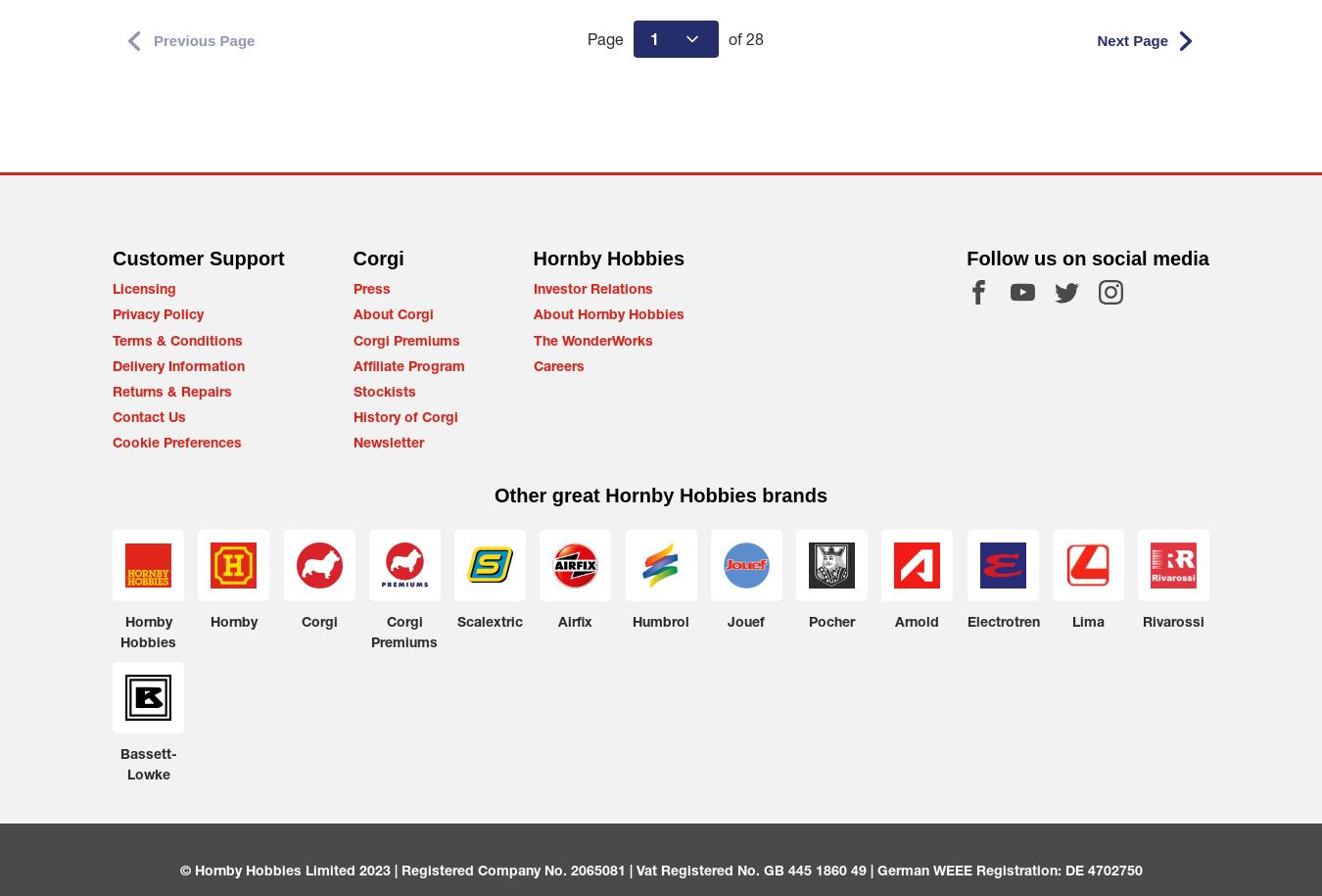  I want to click on 'Page', so click(587, 38).